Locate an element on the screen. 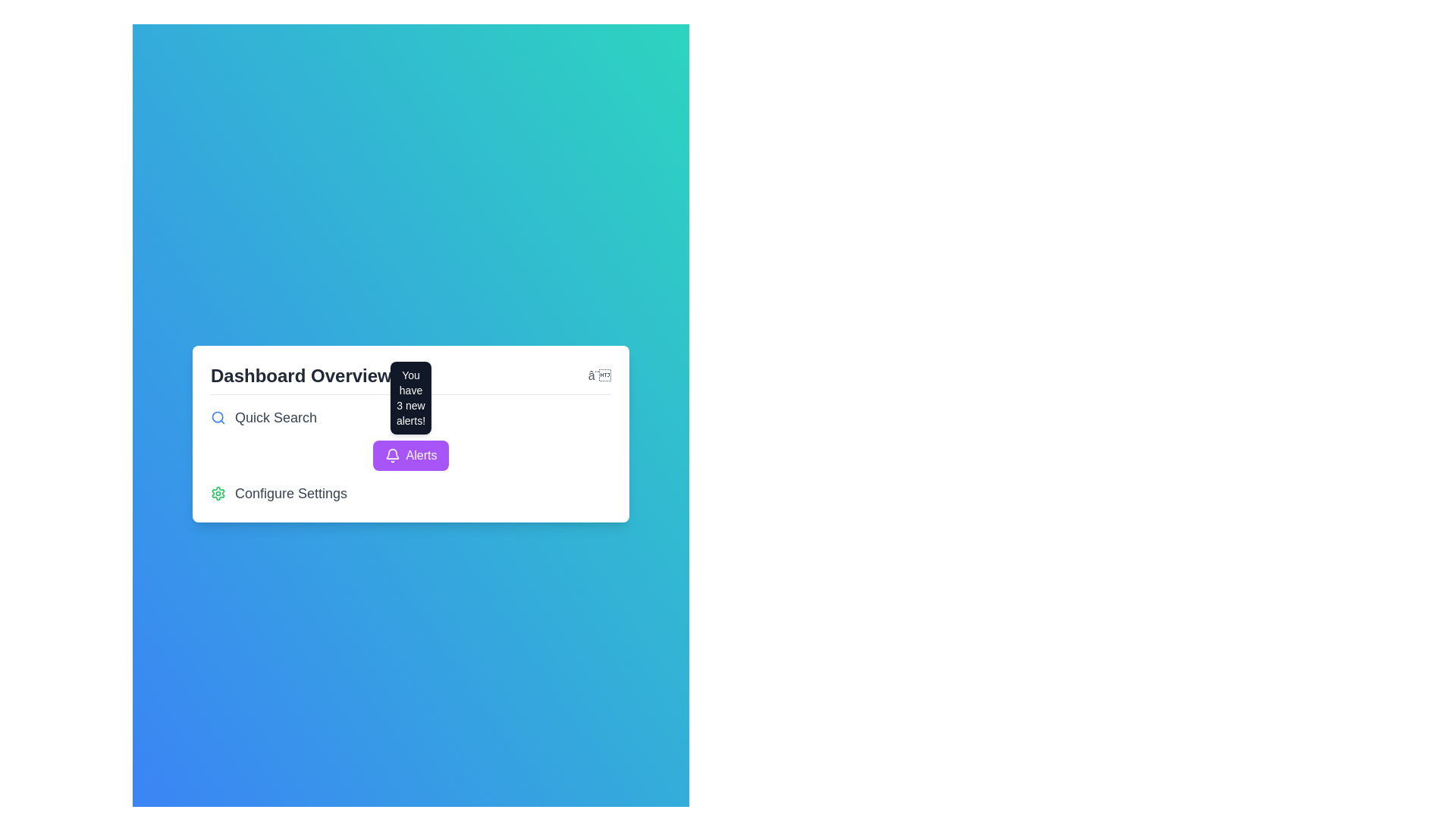 This screenshot has height=819, width=1456. the 'Configure Settings' text label, which is styled in gray and located near the bottom-left of the card interface, right-aligned with the settings icon is located at coordinates (291, 493).